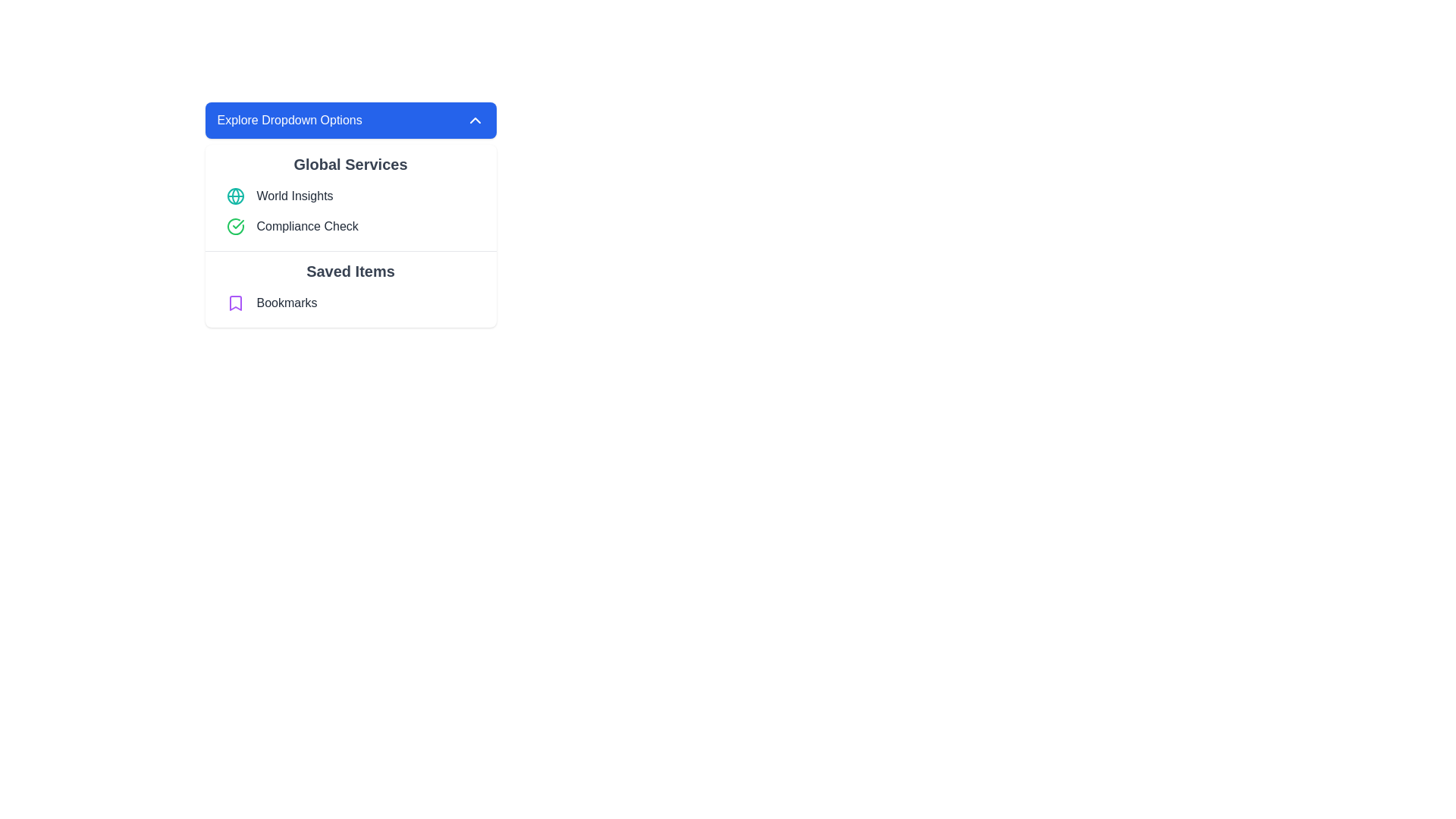 The image size is (1456, 819). I want to click on the bookmarks icon located in the dropdown menu under 'Saved Items', which is the leftmost item in the 'Bookmarks' row, so click(234, 303).